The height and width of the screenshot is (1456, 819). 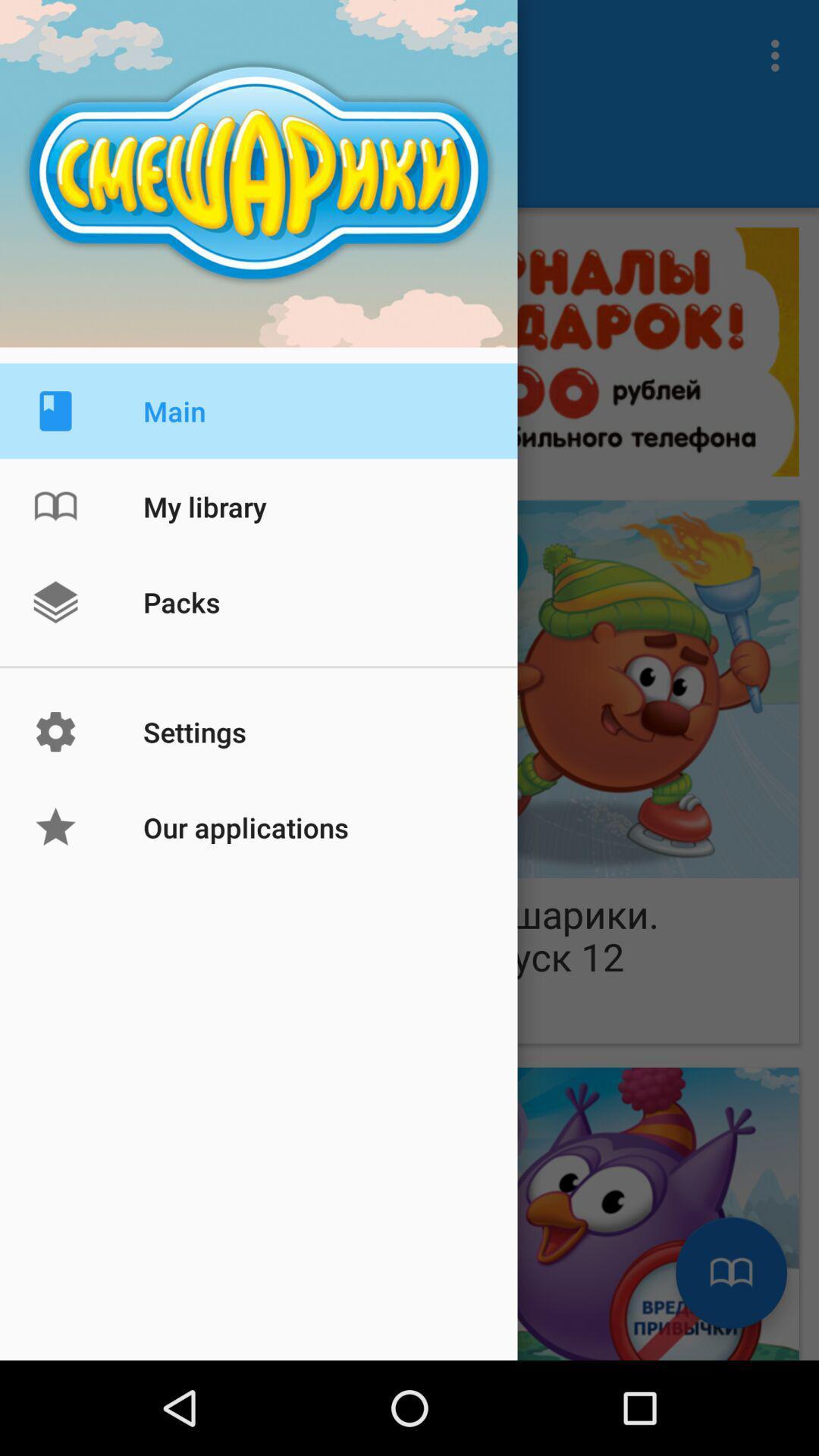 I want to click on the book icon, so click(x=730, y=1272).